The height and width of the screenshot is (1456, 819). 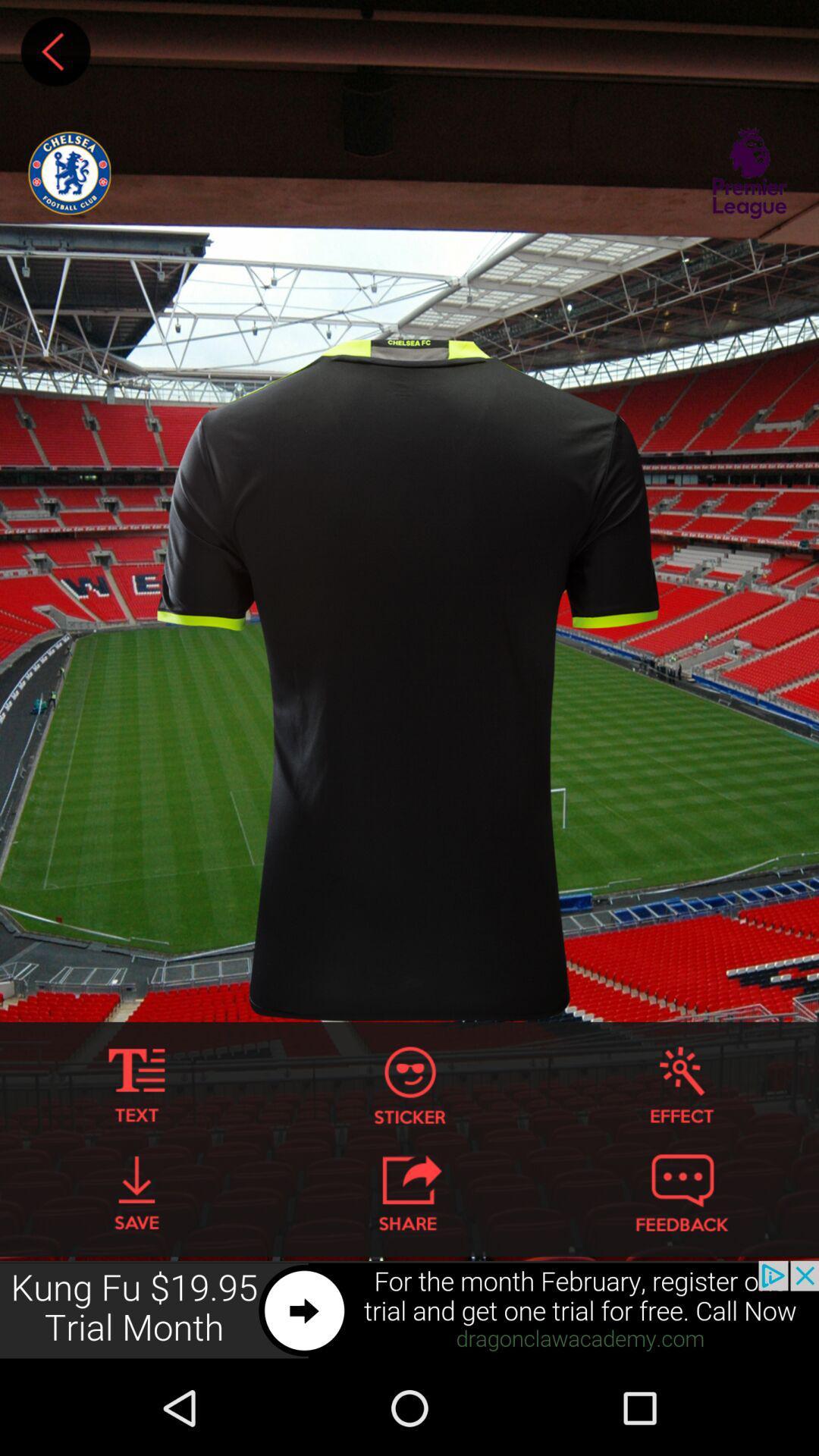 I want to click on share the feedback, so click(x=681, y=1192).